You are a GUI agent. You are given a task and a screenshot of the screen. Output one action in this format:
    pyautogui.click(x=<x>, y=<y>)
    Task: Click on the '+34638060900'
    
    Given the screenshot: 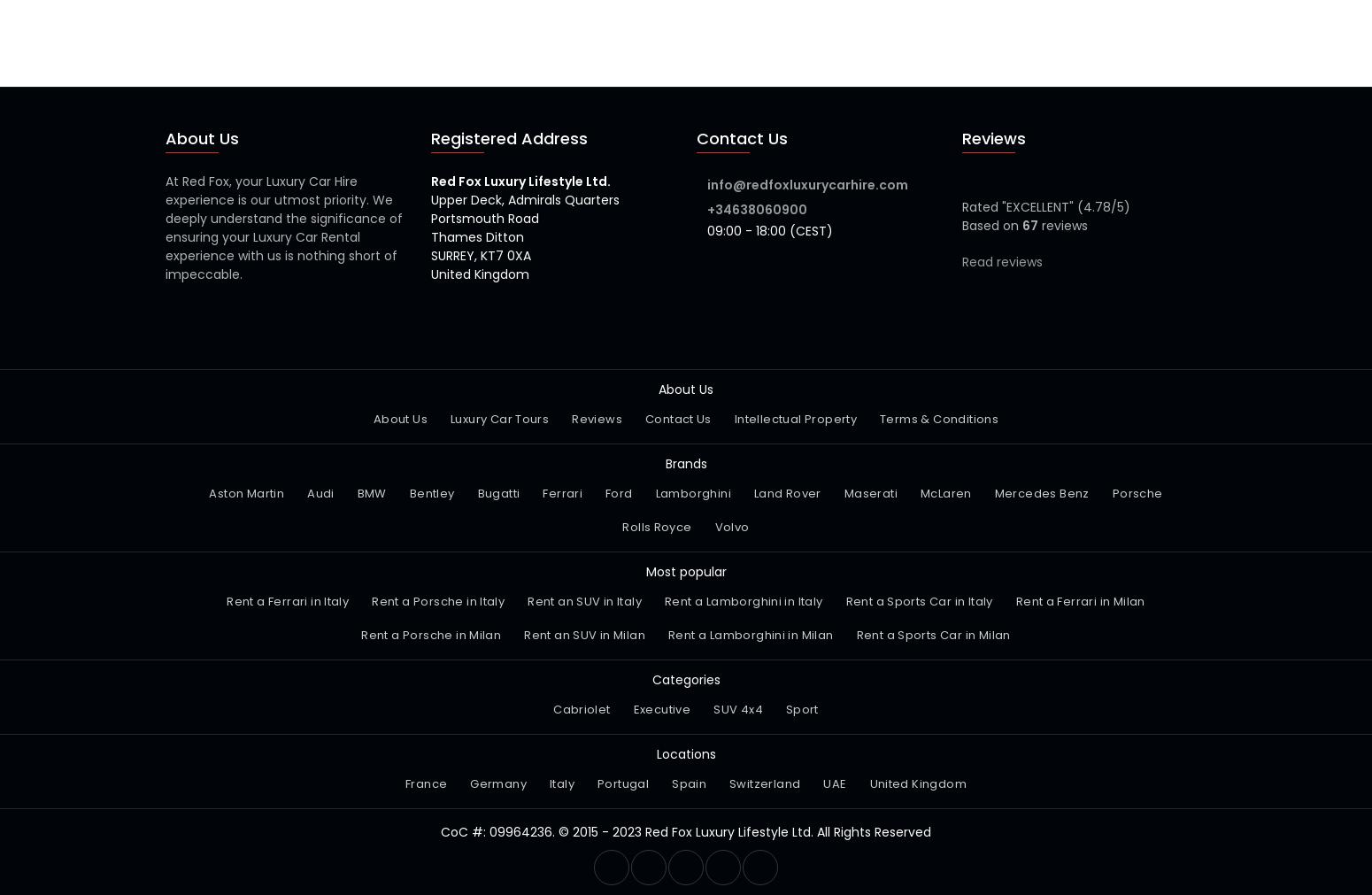 What is the action you would take?
    pyautogui.click(x=757, y=209)
    